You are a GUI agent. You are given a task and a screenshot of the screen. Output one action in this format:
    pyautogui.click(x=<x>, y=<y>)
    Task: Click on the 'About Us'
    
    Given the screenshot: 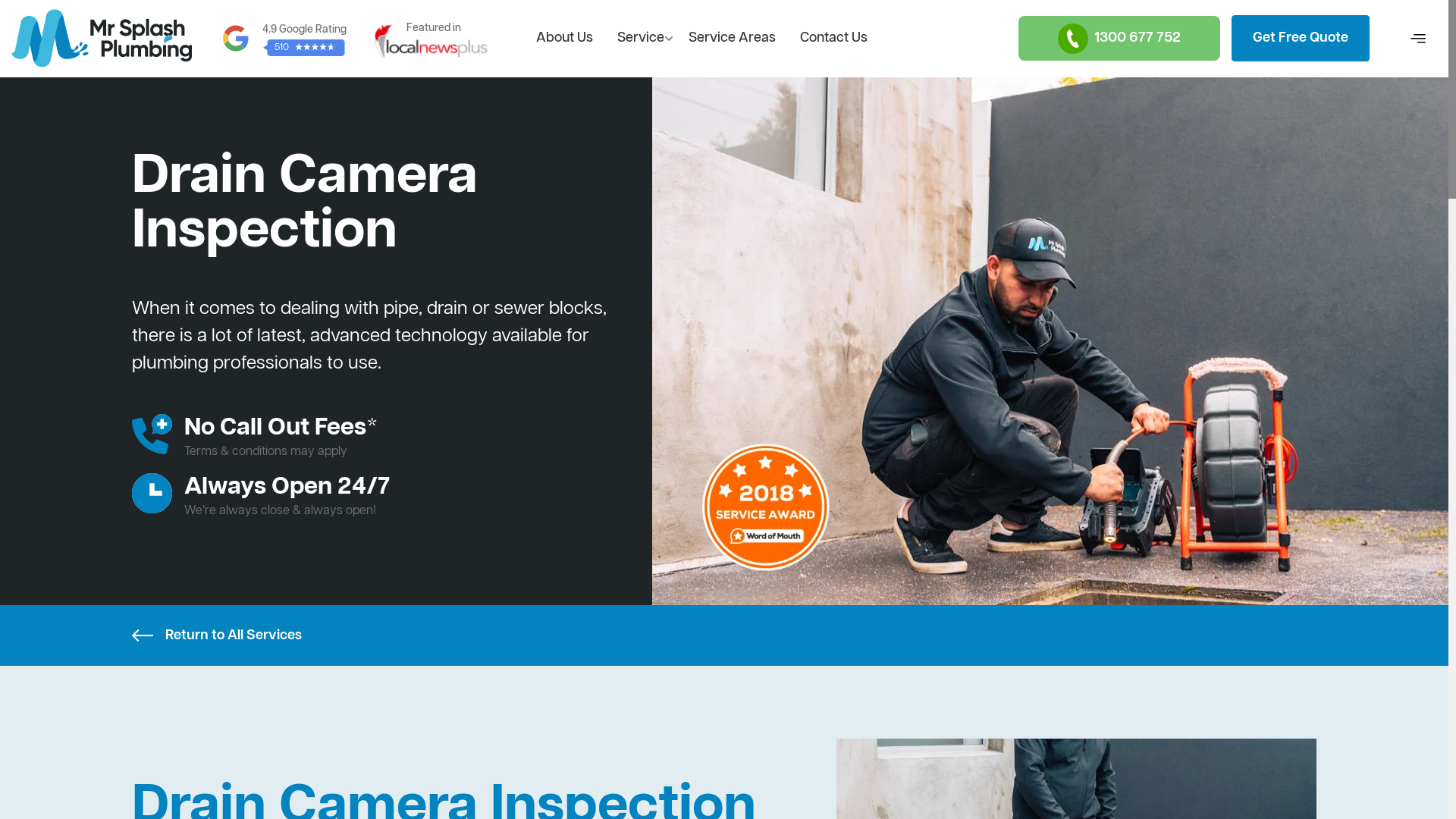 What is the action you would take?
    pyautogui.click(x=563, y=37)
    